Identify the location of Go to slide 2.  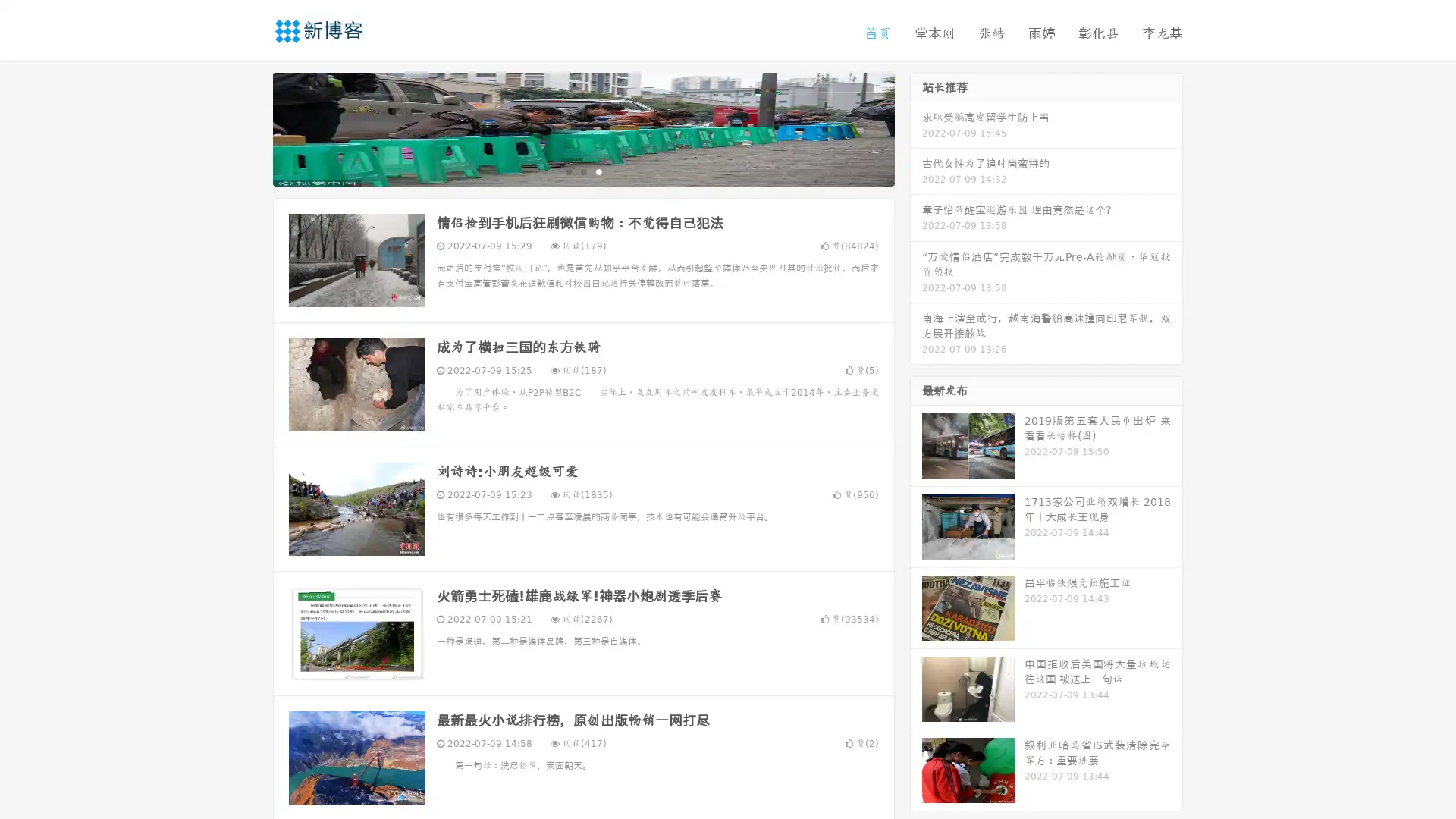
(582, 171).